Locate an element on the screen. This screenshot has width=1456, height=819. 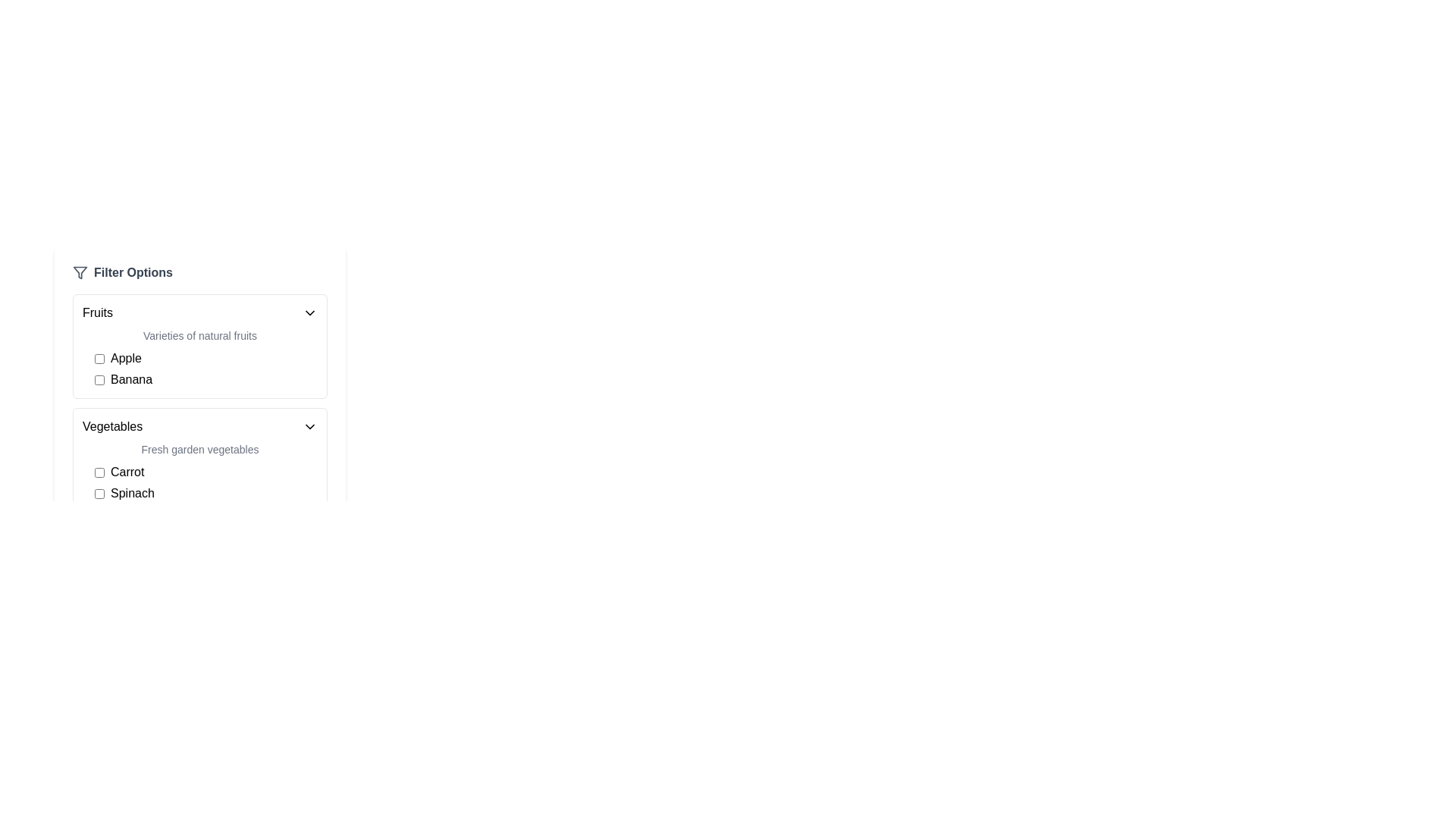
the small square checkbox with rounded corners and a blue outline located to the left of the text label 'Banana' in the 'Fruits' section is located at coordinates (99, 379).